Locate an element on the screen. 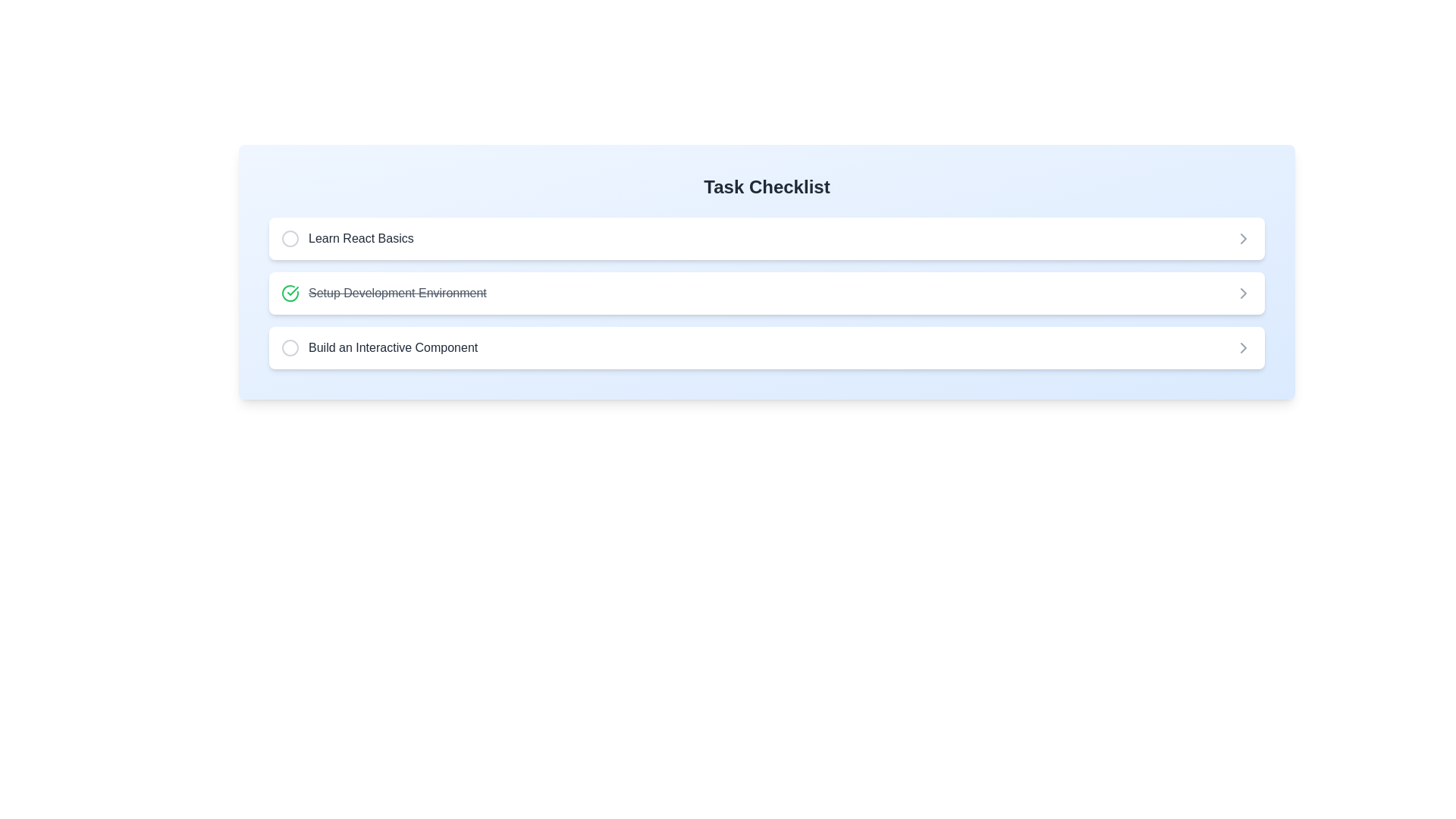 The height and width of the screenshot is (819, 1456). the completed task Text Label with Icon indicating 'Setup Development Environment' in the vertical checklist is located at coordinates (384, 293).